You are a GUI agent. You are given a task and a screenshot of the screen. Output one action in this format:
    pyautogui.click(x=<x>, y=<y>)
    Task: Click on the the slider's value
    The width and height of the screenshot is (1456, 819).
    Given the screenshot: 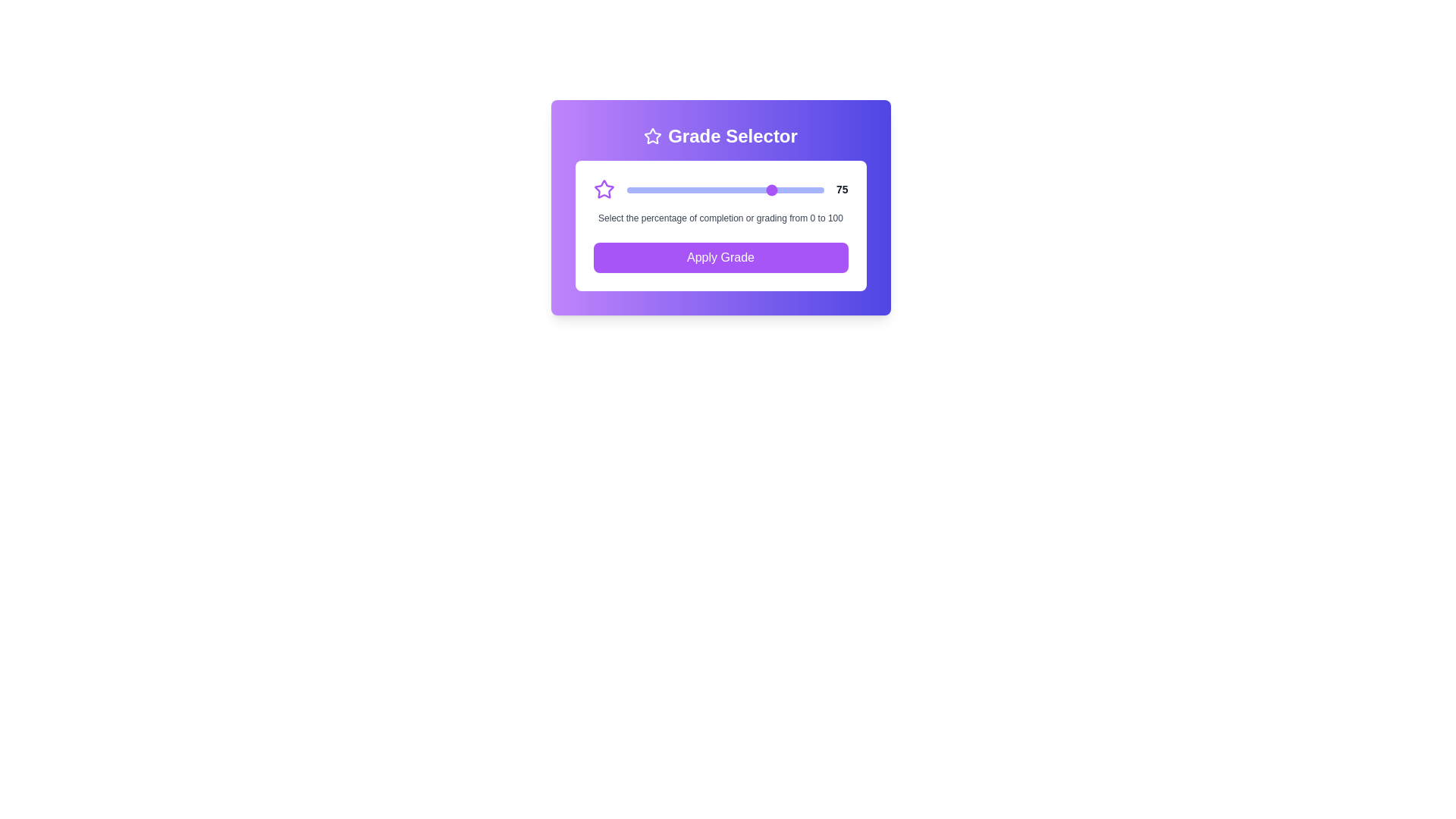 What is the action you would take?
    pyautogui.click(x=811, y=189)
    